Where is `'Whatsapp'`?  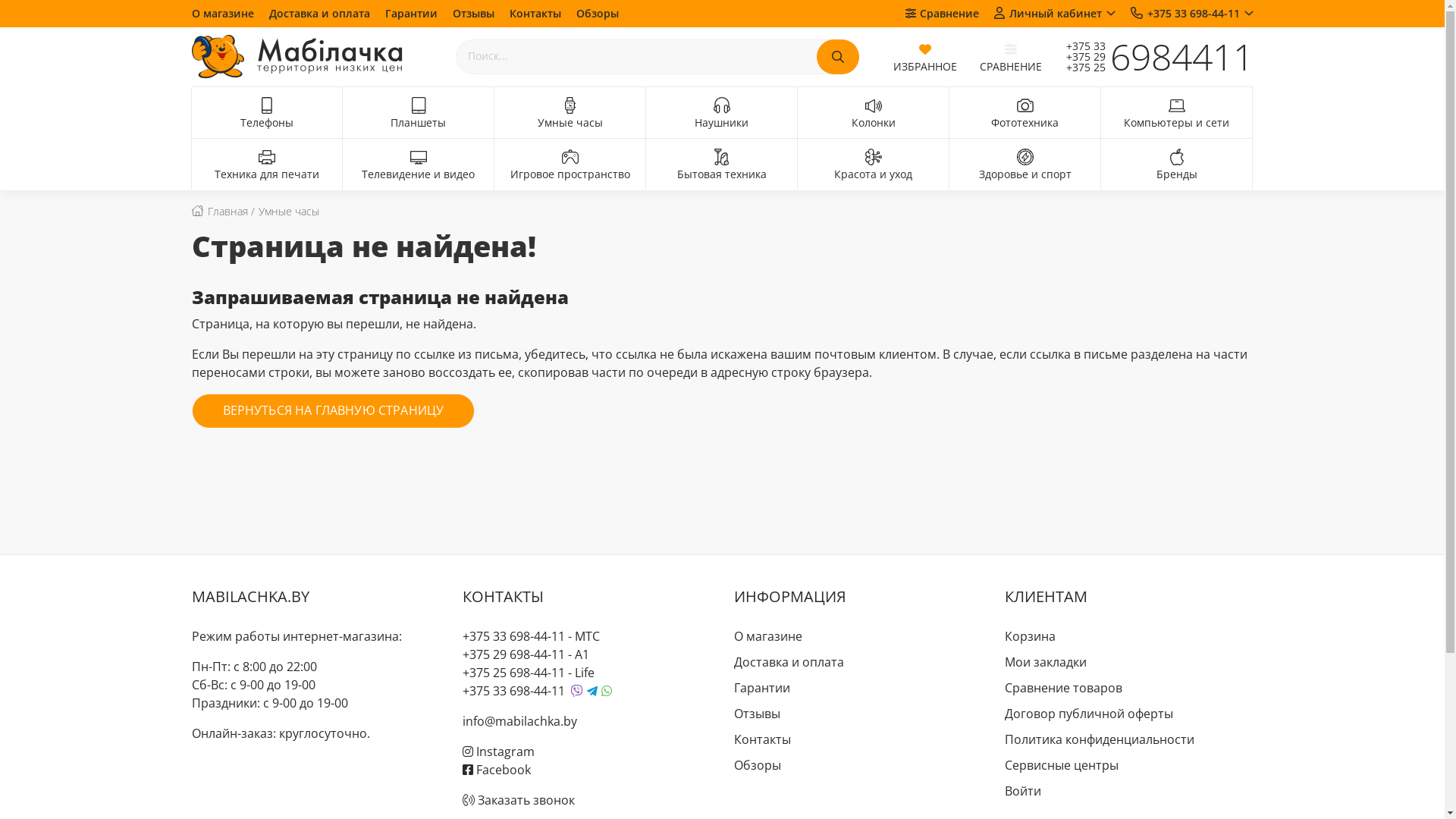 'Whatsapp' is located at coordinates (607, 690).